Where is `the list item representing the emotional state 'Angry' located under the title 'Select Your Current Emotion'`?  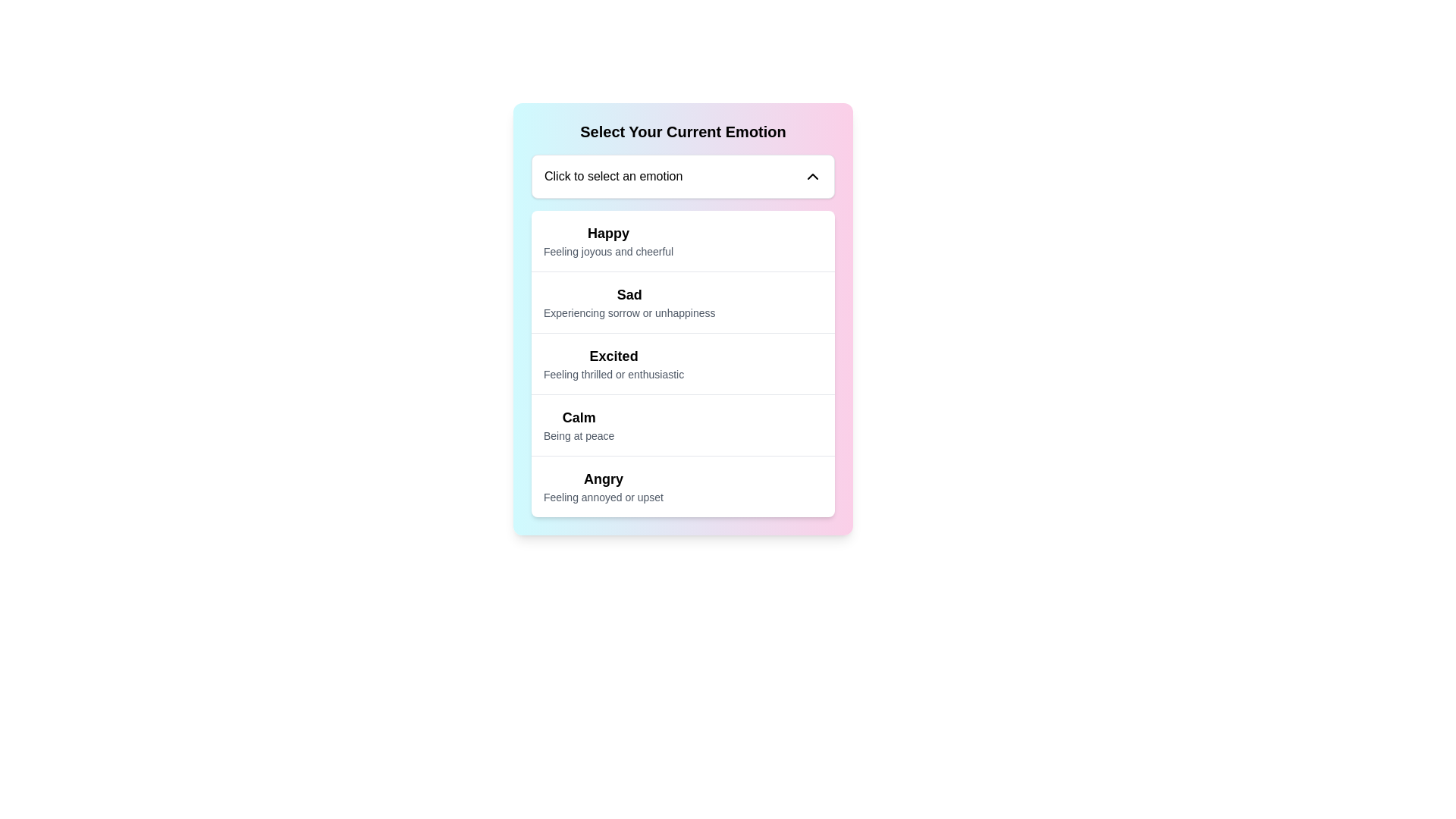
the list item representing the emotional state 'Angry' located under the title 'Select Your Current Emotion' is located at coordinates (682, 486).